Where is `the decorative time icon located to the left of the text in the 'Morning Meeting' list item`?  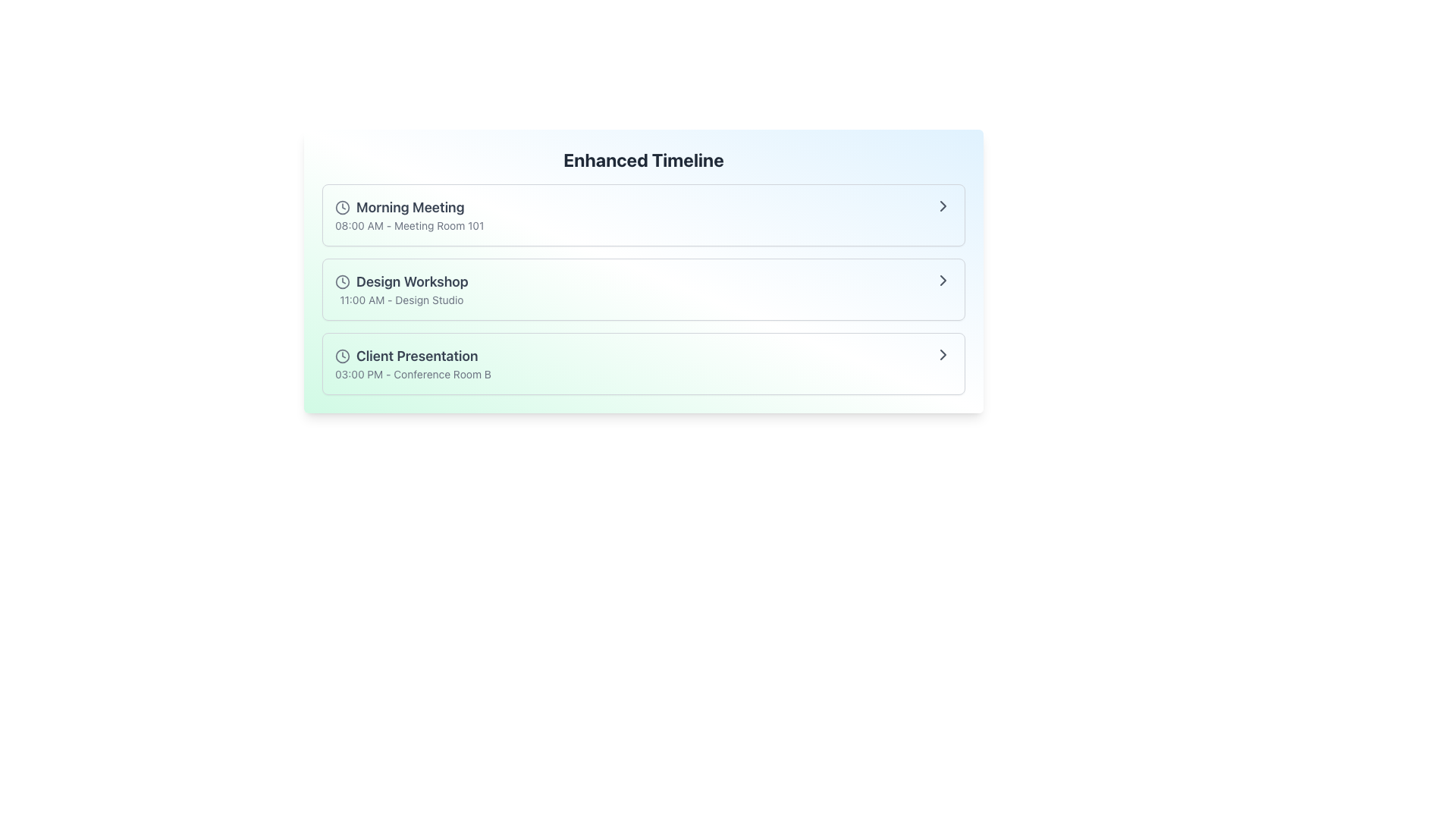
the decorative time icon located to the left of the text in the 'Morning Meeting' list item is located at coordinates (341, 207).